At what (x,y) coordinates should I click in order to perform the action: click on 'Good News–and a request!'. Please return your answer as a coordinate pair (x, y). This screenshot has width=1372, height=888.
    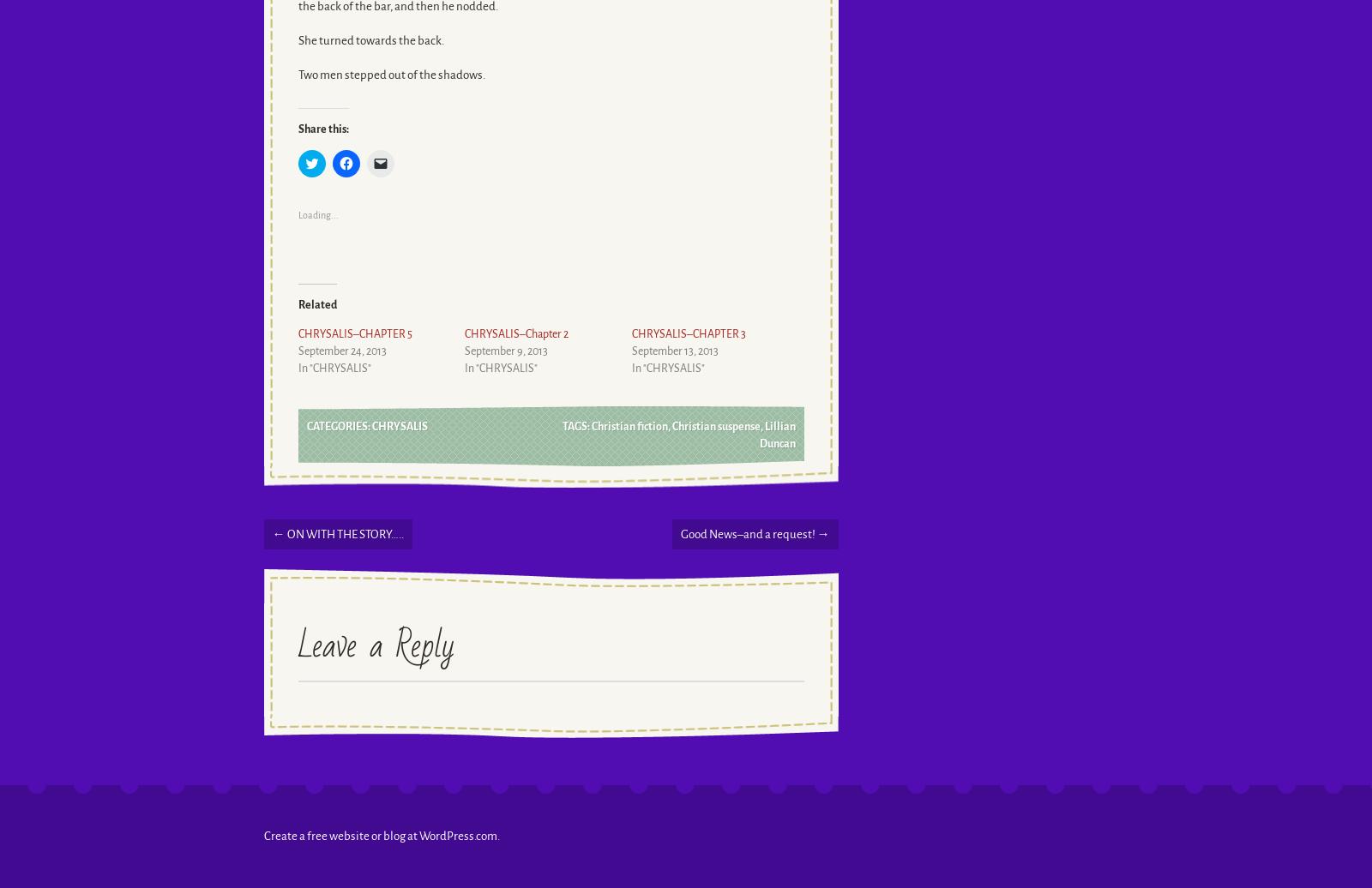
    Looking at the image, I should click on (747, 533).